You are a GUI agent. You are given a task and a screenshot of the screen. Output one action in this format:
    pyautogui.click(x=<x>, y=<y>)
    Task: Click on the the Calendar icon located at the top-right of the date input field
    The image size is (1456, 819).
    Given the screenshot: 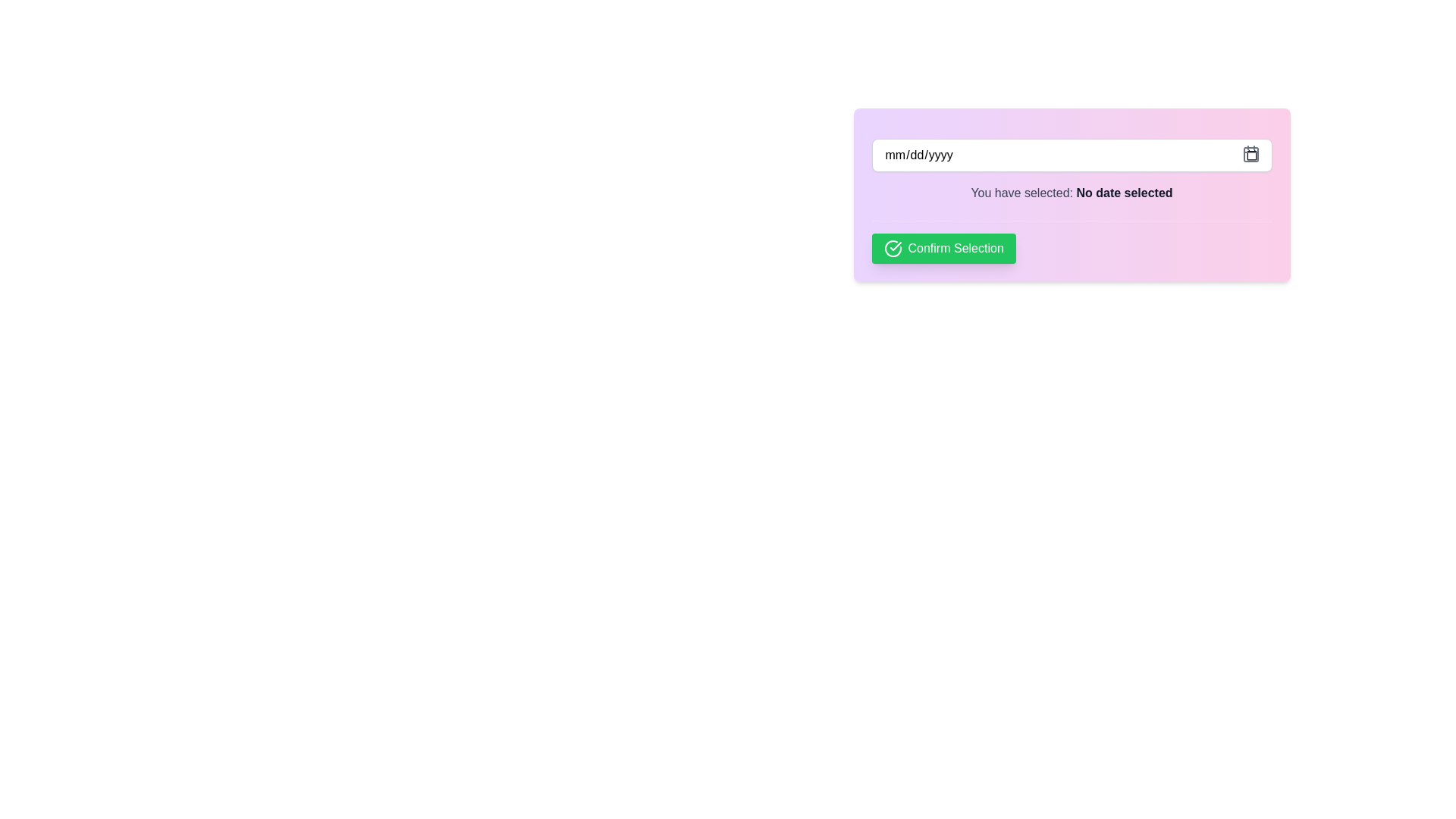 What is the action you would take?
    pyautogui.click(x=1250, y=154)
    